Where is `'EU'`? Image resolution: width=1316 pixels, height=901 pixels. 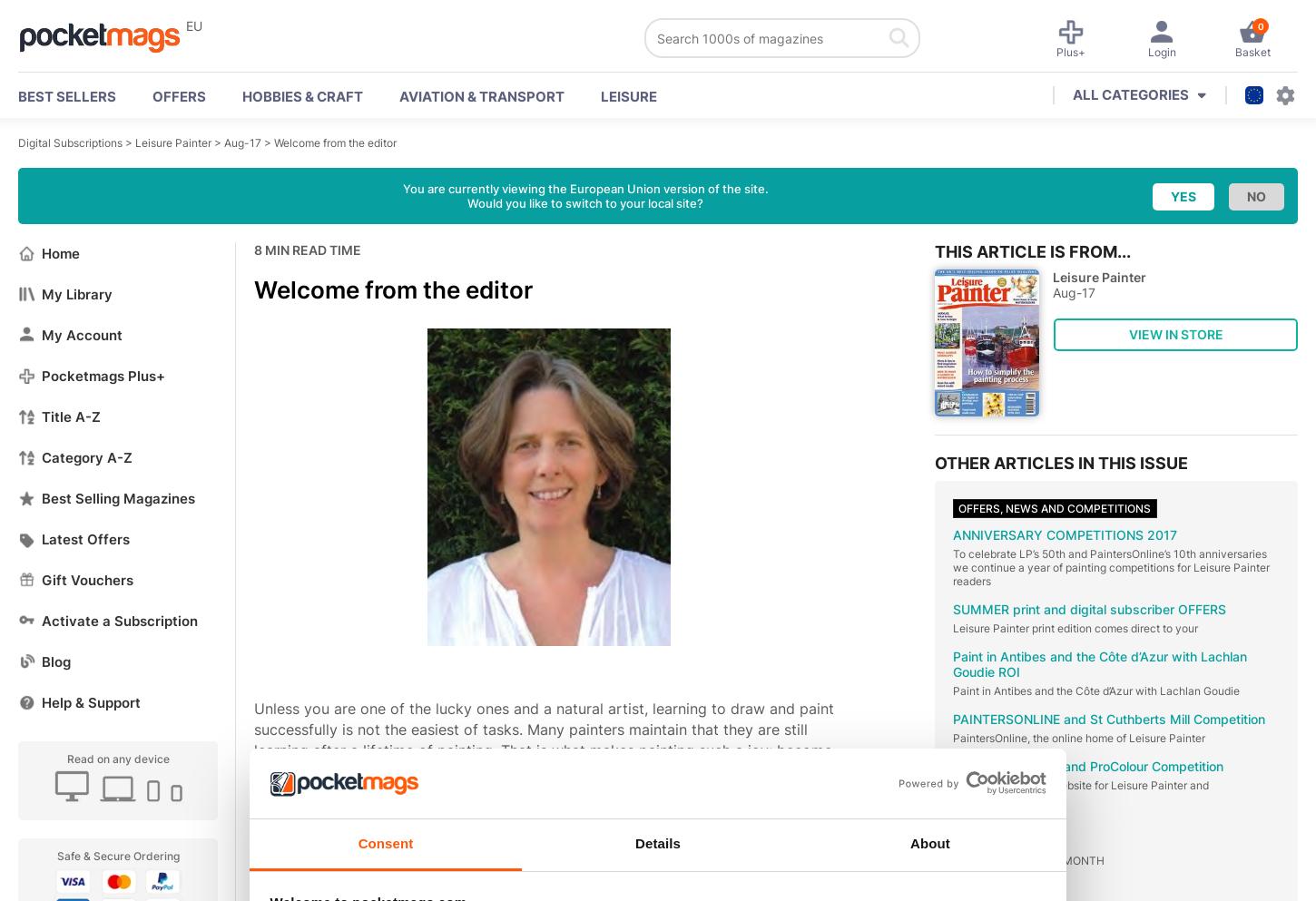
'EU' is located at coordinates (193, 24).